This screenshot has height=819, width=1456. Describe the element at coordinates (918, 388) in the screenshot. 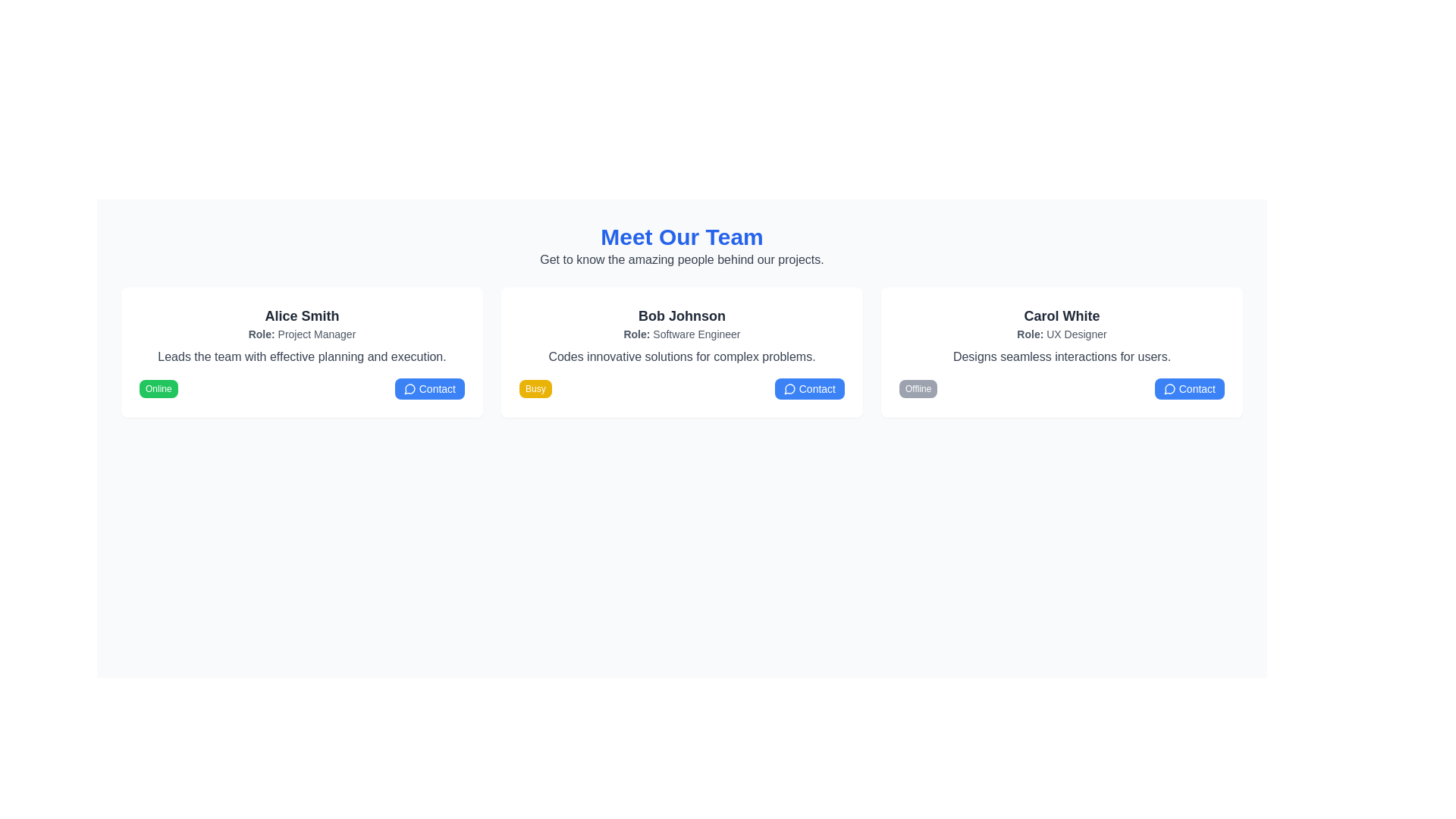

I see `status information from the small rectangular badge with rounded corners and a gray background containing the text 'Offline' in white, located under the title 'Carol White' in the 'Meet Our Team' interface` at that location.